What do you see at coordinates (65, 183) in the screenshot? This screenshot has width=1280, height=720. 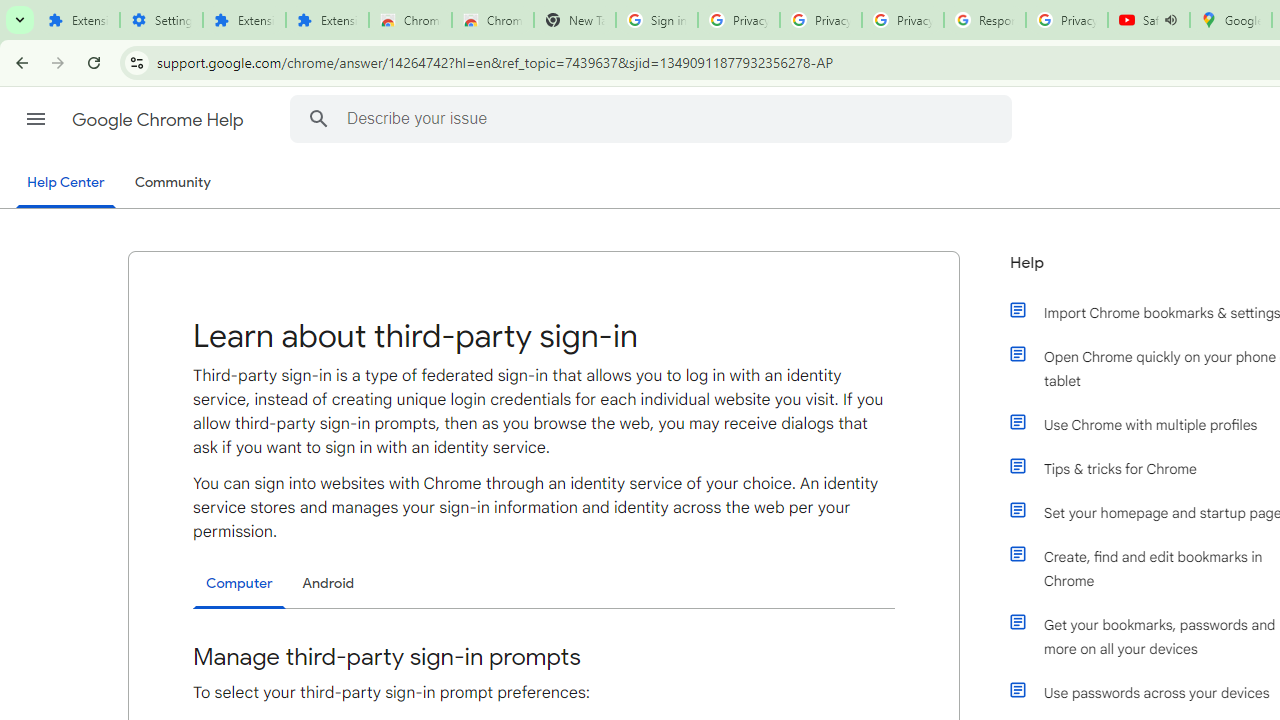 I see `'Help Center'` at bounding box center [65, 183].